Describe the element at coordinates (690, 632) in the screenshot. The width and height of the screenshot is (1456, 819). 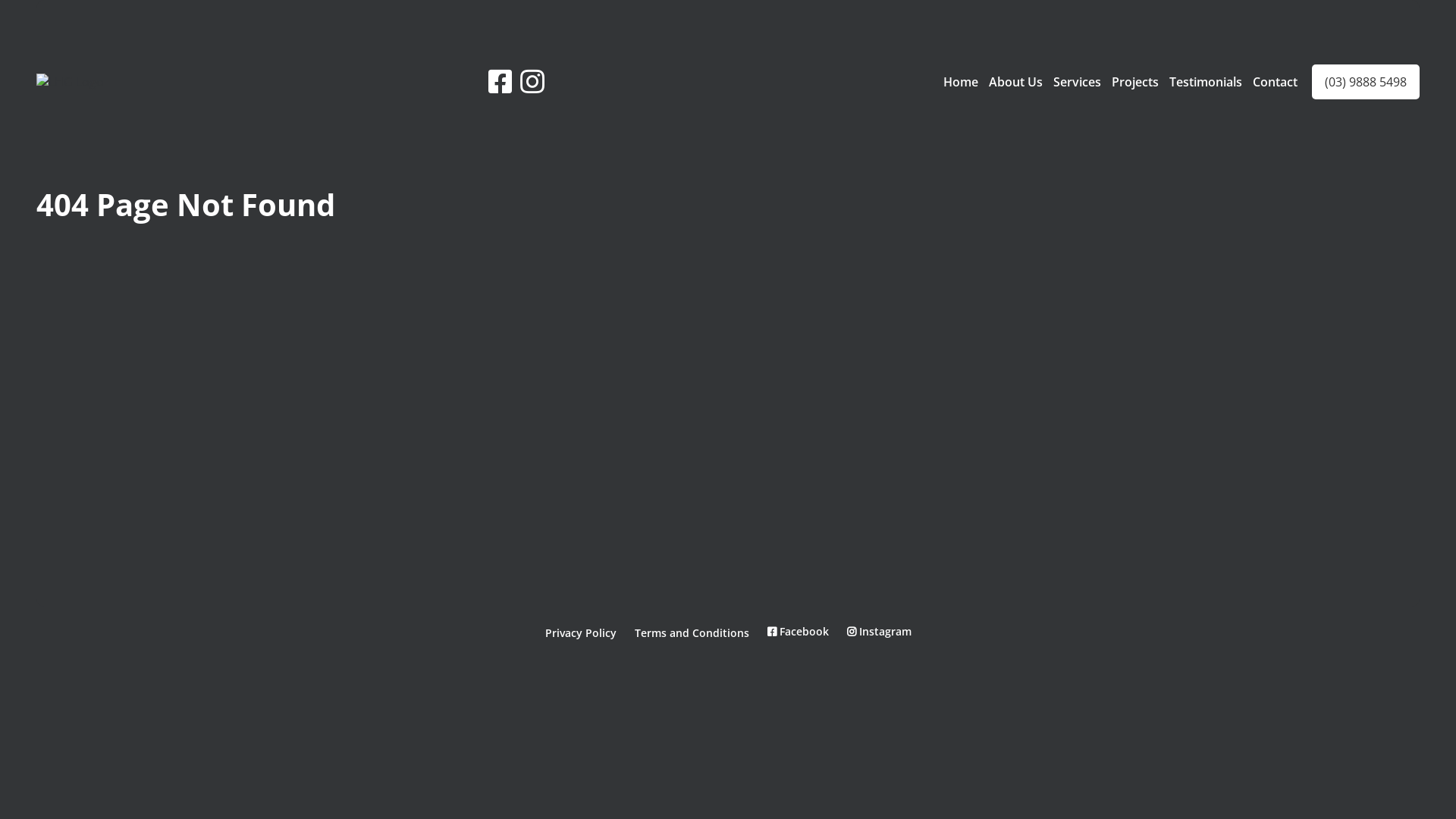
I see `'Terms and Conditions'` at that location.